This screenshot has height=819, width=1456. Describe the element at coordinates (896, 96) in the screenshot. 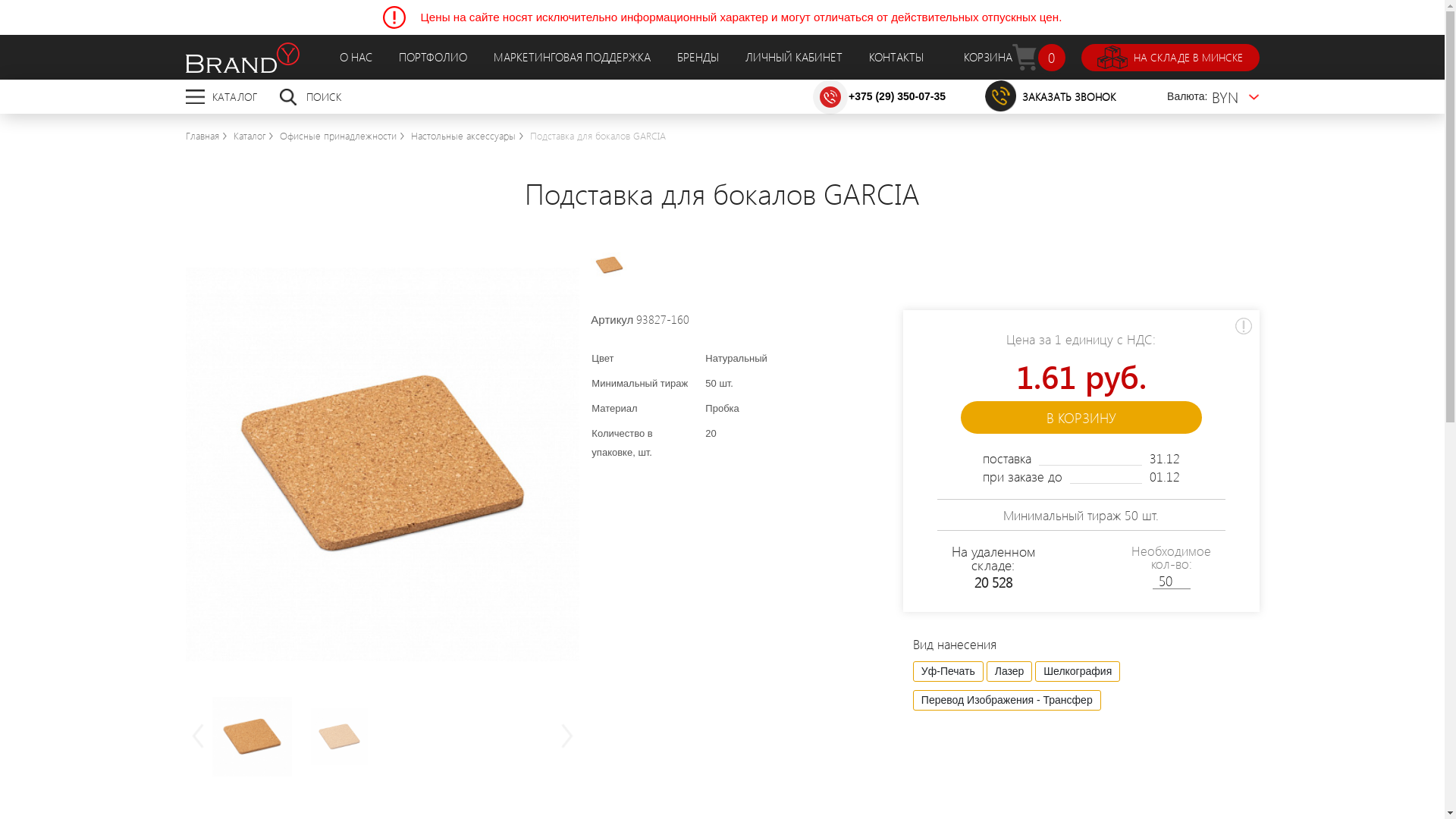

I see `'+375 (29) 350-07-35'` at that location.